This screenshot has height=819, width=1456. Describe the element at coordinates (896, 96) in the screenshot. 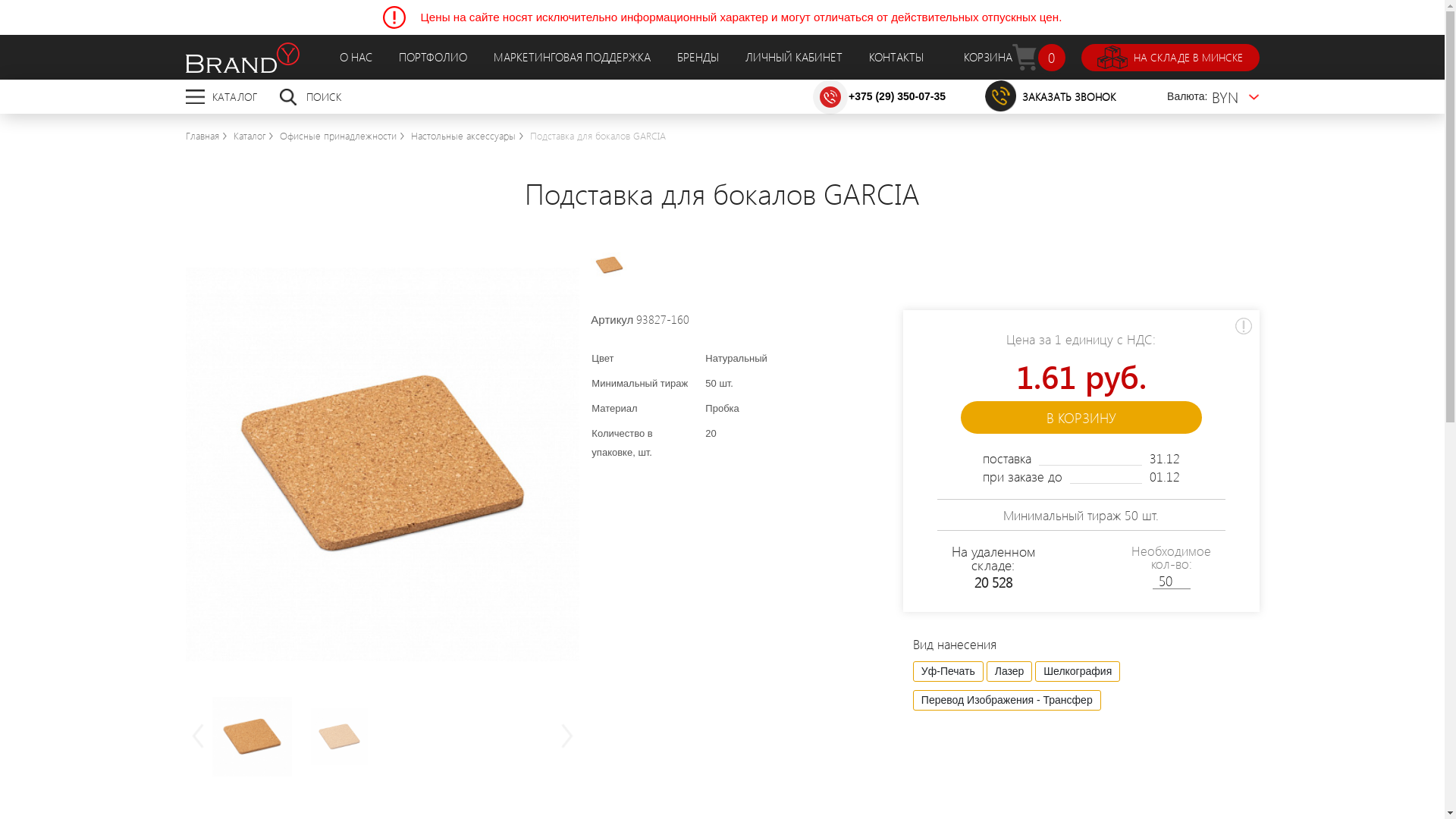

I see `'+375 (29) 350-07-35'` at that location.